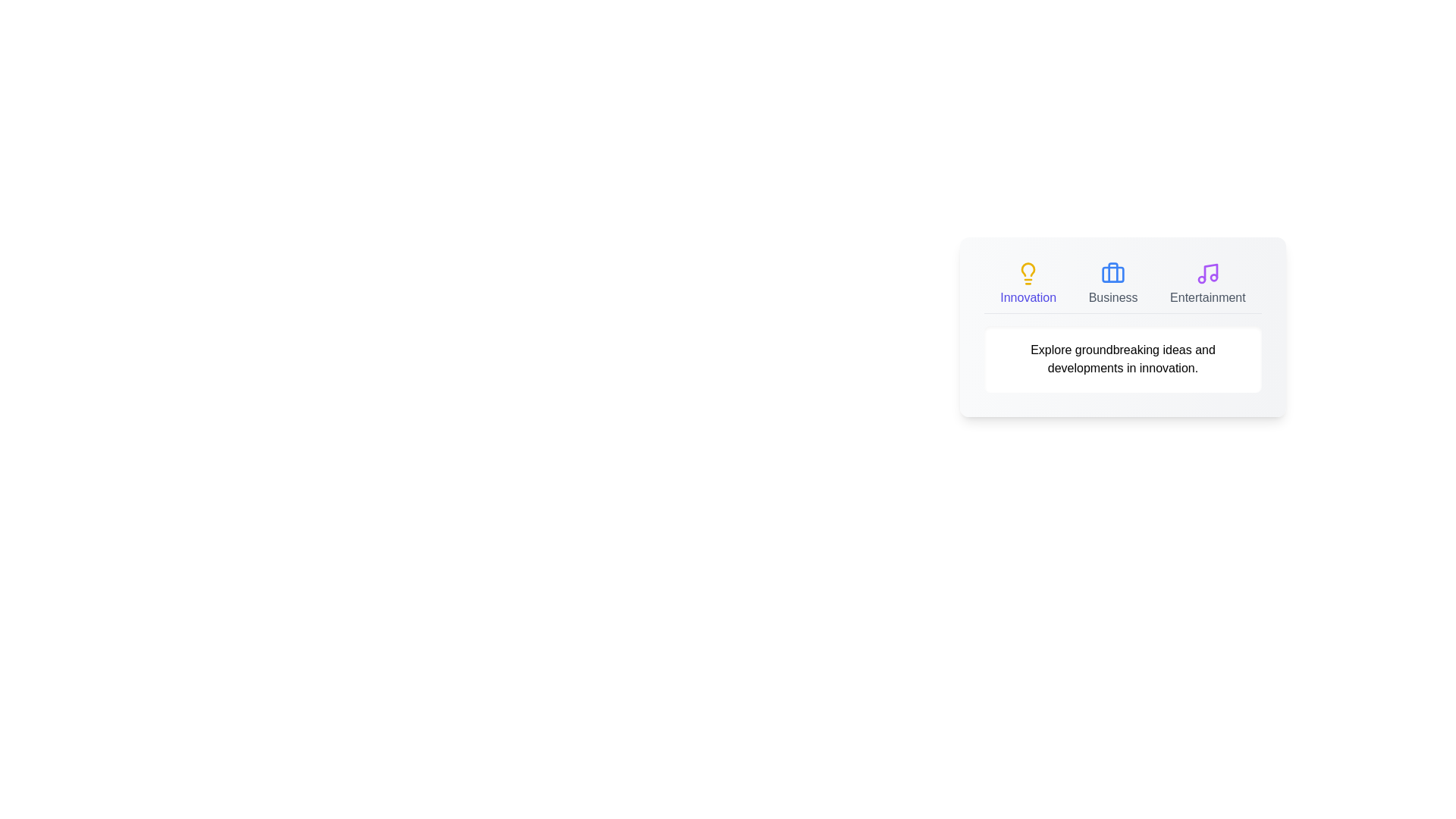 This screenshot has width=1456, height=819. Describe the element at coordinates (1207, 284) in the screenshot. I see `the Entertainment tab to view its content` at that location.